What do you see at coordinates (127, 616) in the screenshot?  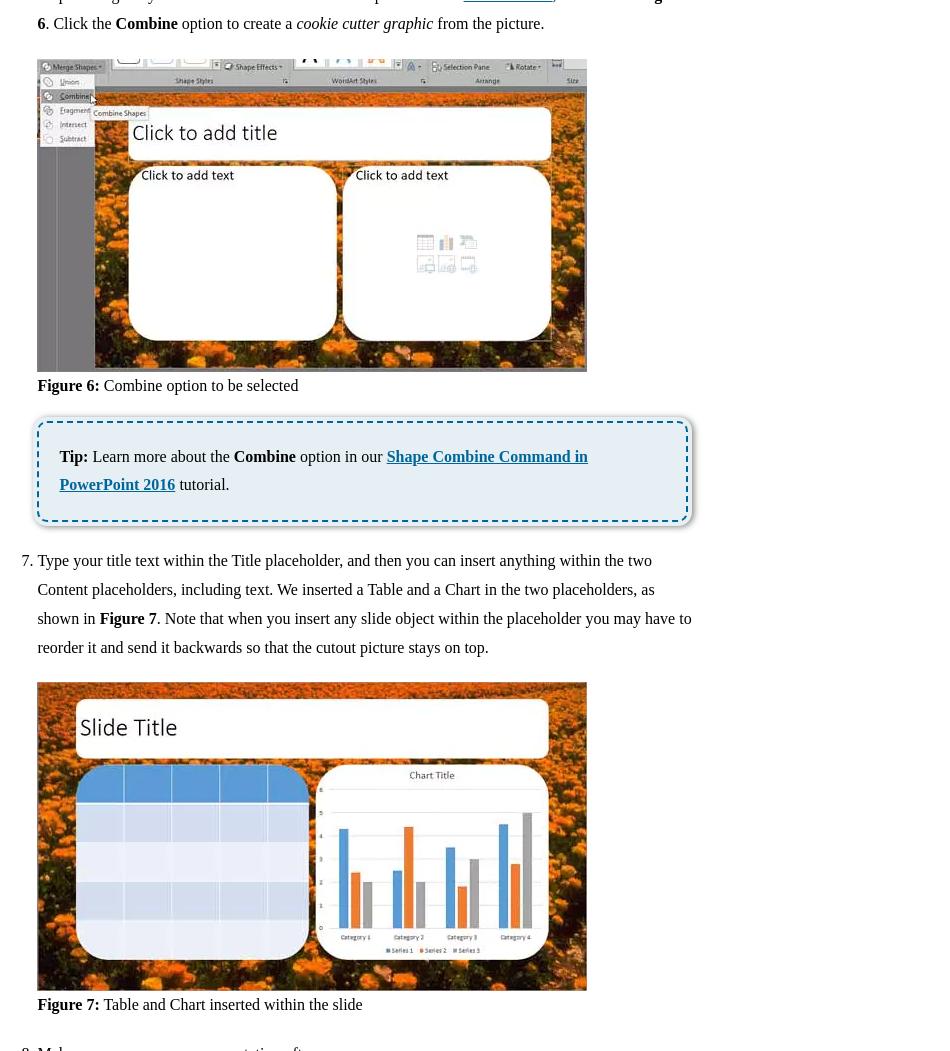 I see `'Figure 7'` at bounding box center [127, 616].